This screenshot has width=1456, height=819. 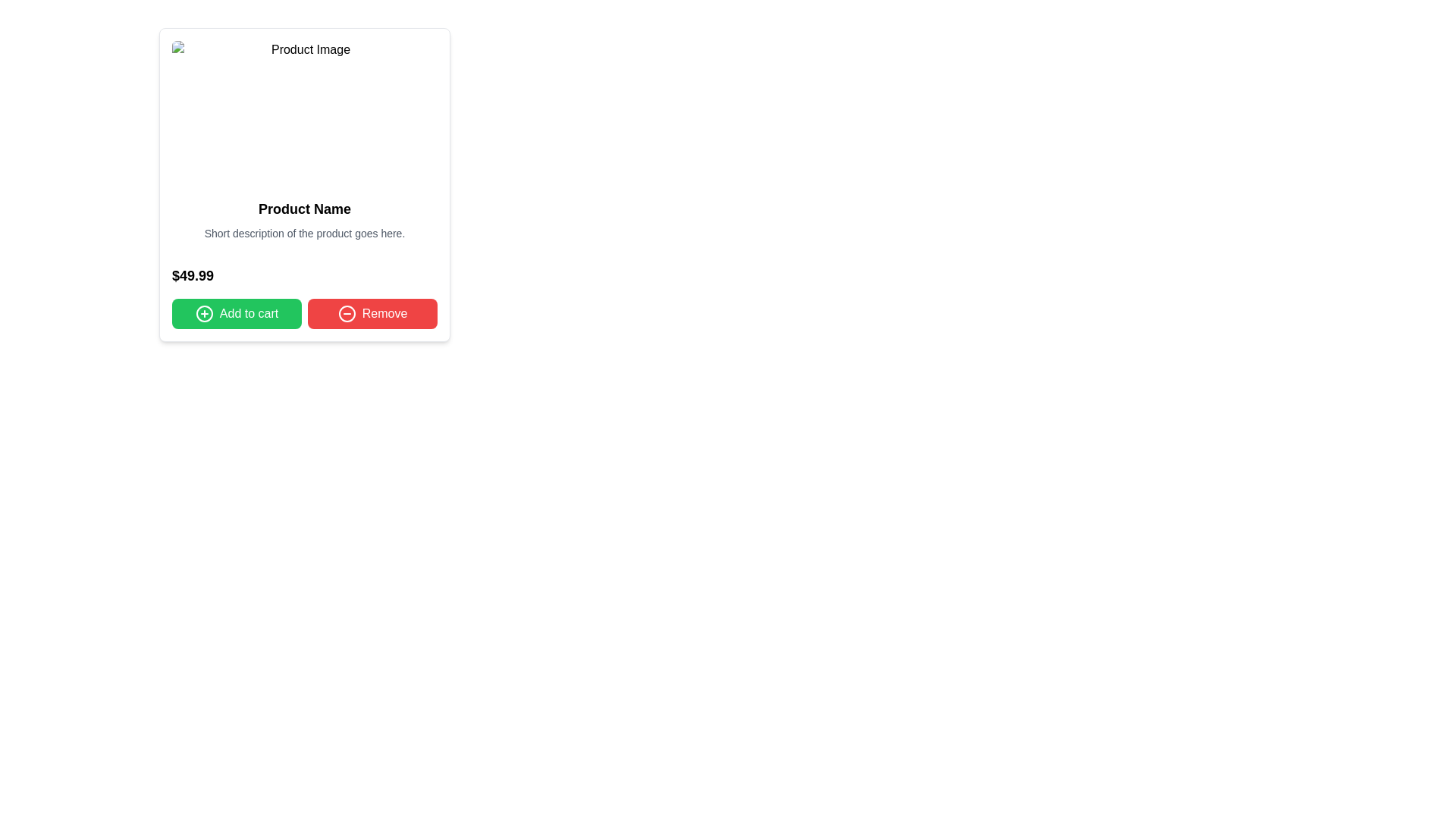 What do you see at coordinates (203, 312) in the screenshot?
I see `the circular icon within the green 'Add to cart' button located below the product price in the product card` at bounding box center [203, 312].